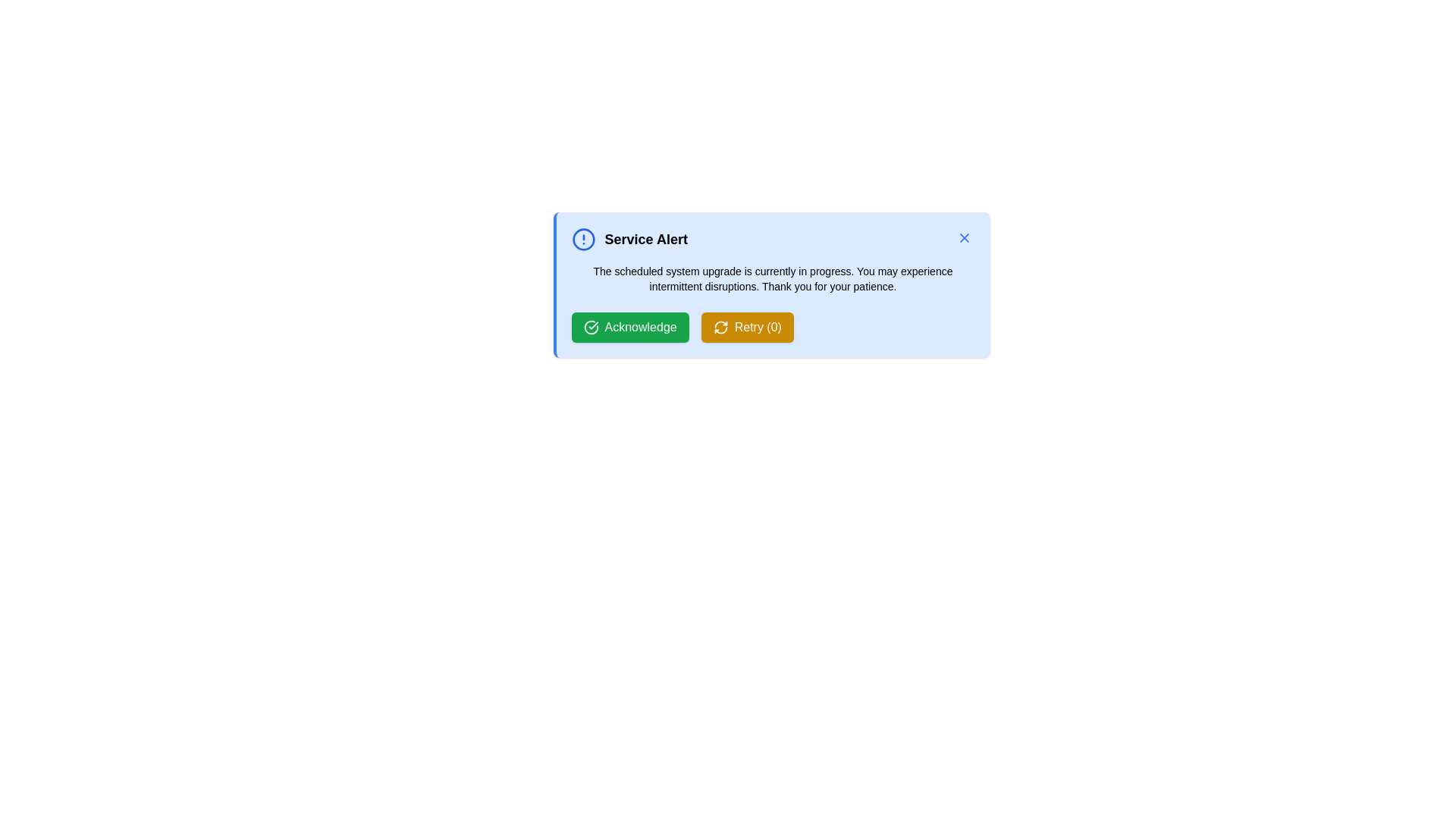 The height and width of the screenshot is (819, 1456). Describe the element at coordinates (747, 327) in the screenshot. I see `the Retry button to retry the operation` at that location.